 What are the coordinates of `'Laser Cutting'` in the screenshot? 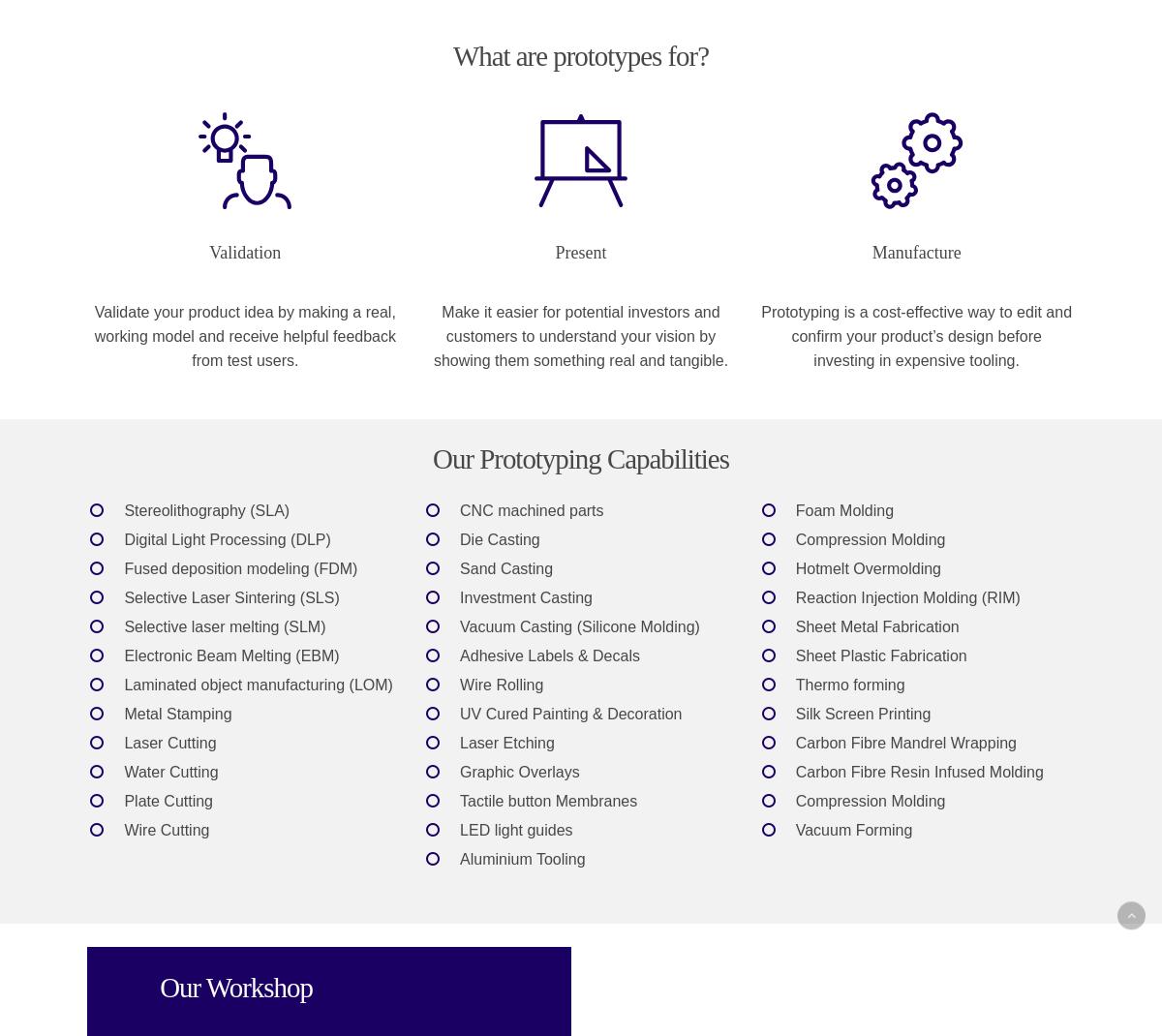 It's located at (168, 741).